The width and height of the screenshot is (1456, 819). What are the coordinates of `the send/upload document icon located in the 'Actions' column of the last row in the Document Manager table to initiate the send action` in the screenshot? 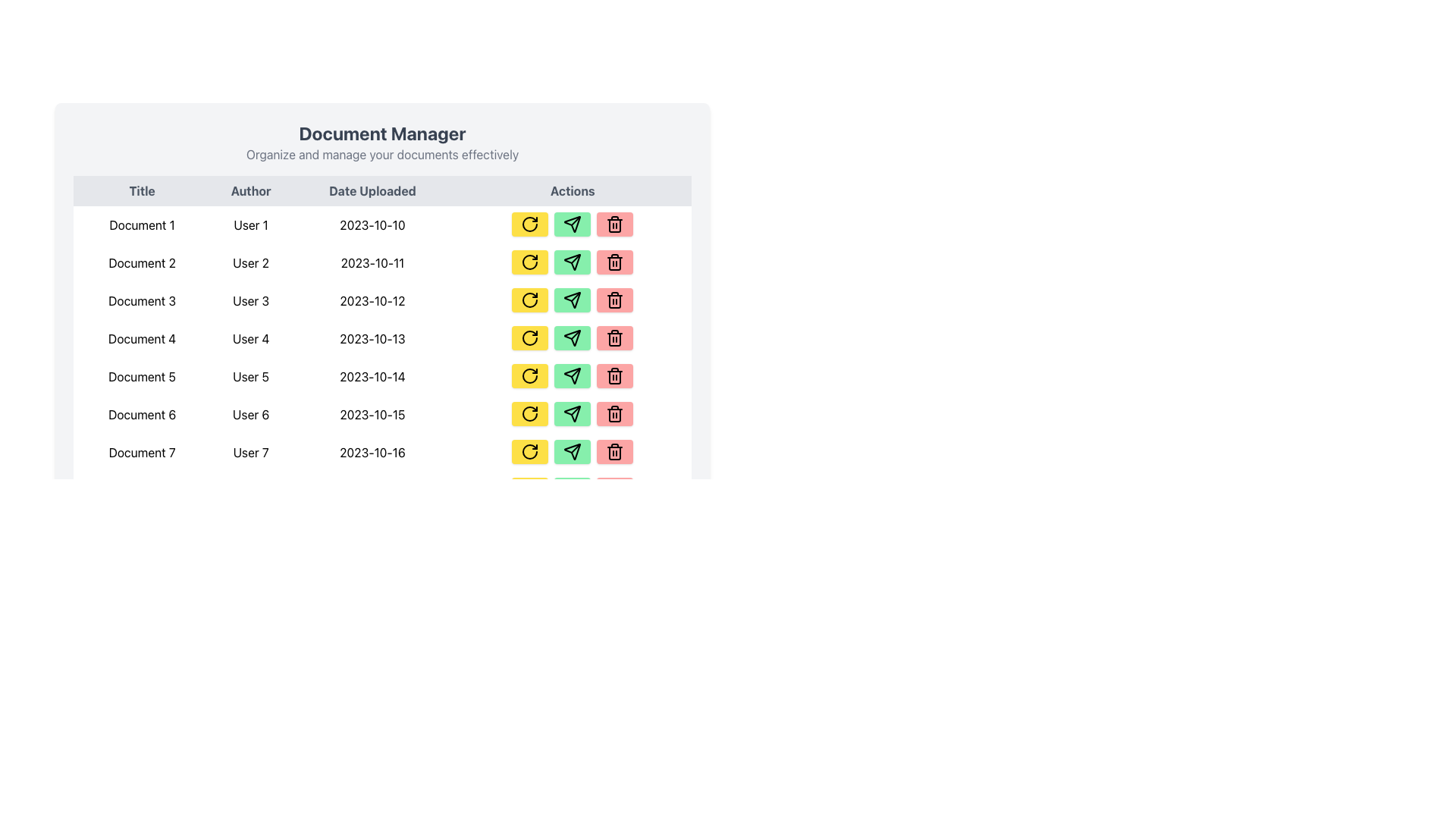 It's located at (572, 451).